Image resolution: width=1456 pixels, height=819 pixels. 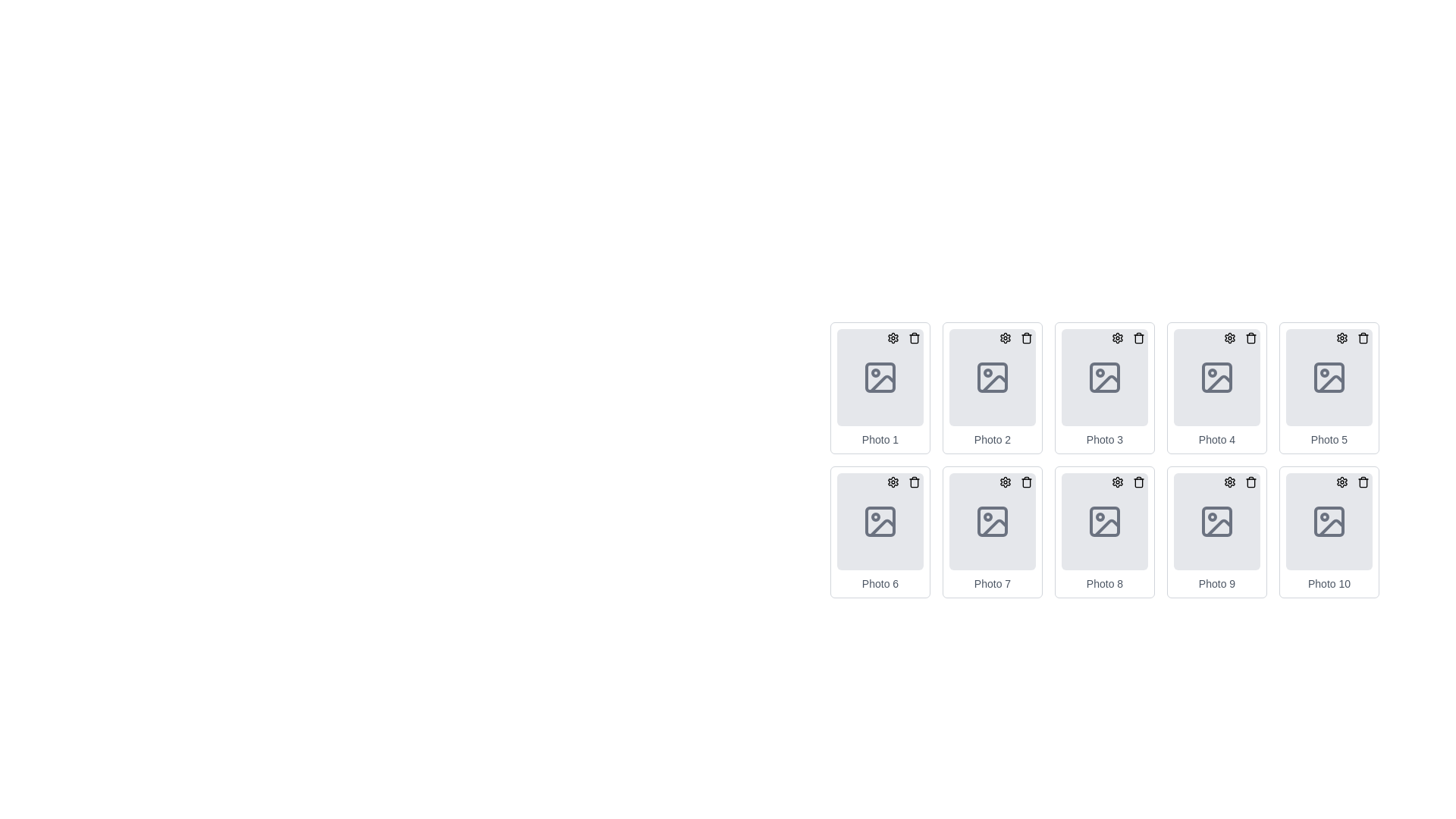 What do you see at coordinates (1251, 337) in the screenshot?
I see `the delete button located in the top-right corner of the 'Photo 4' card, which is the second action icon after the settings gear icon` at bounding box center [1251, 337].